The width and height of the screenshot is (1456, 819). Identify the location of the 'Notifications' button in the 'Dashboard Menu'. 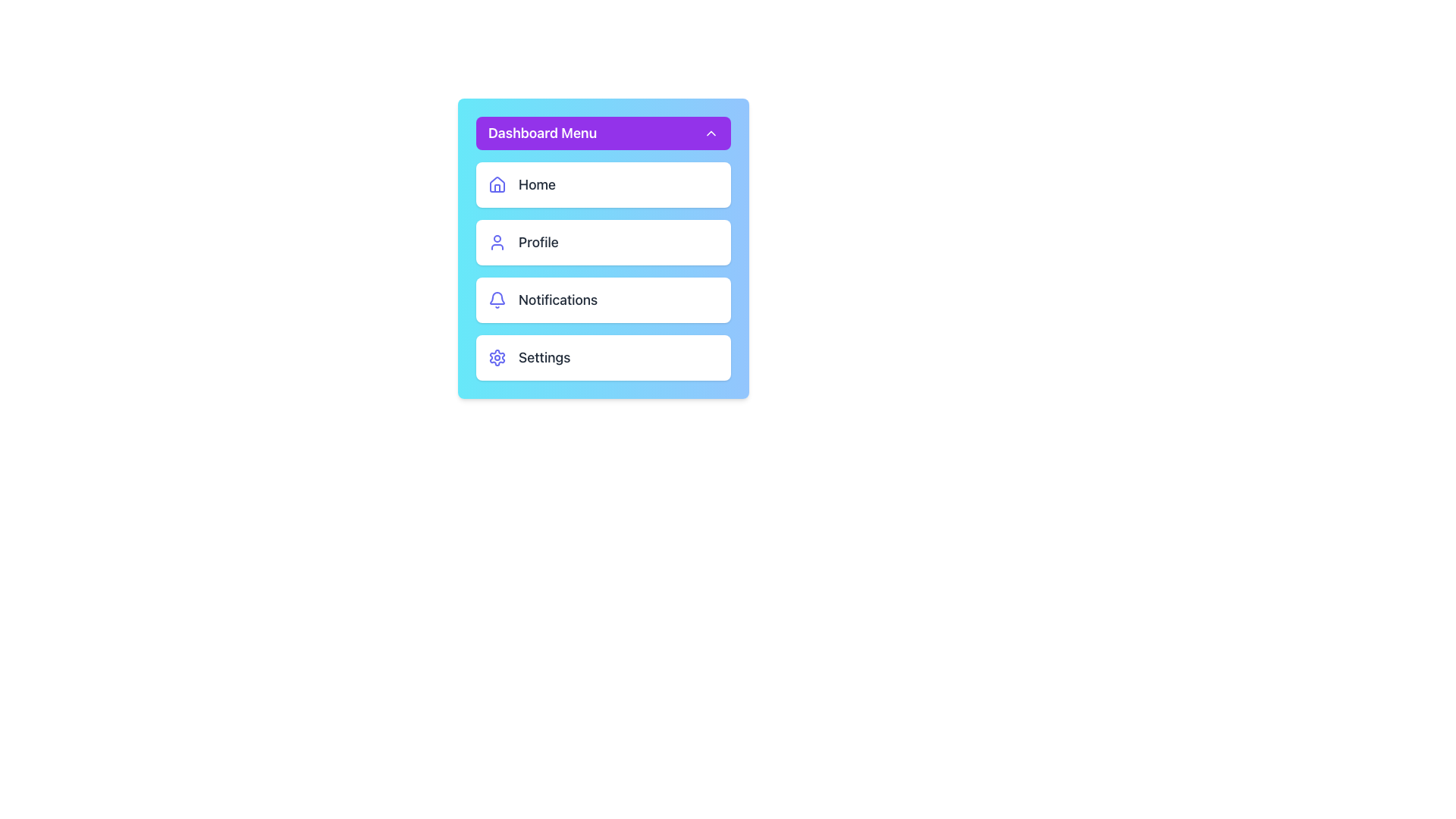
(603, 271).